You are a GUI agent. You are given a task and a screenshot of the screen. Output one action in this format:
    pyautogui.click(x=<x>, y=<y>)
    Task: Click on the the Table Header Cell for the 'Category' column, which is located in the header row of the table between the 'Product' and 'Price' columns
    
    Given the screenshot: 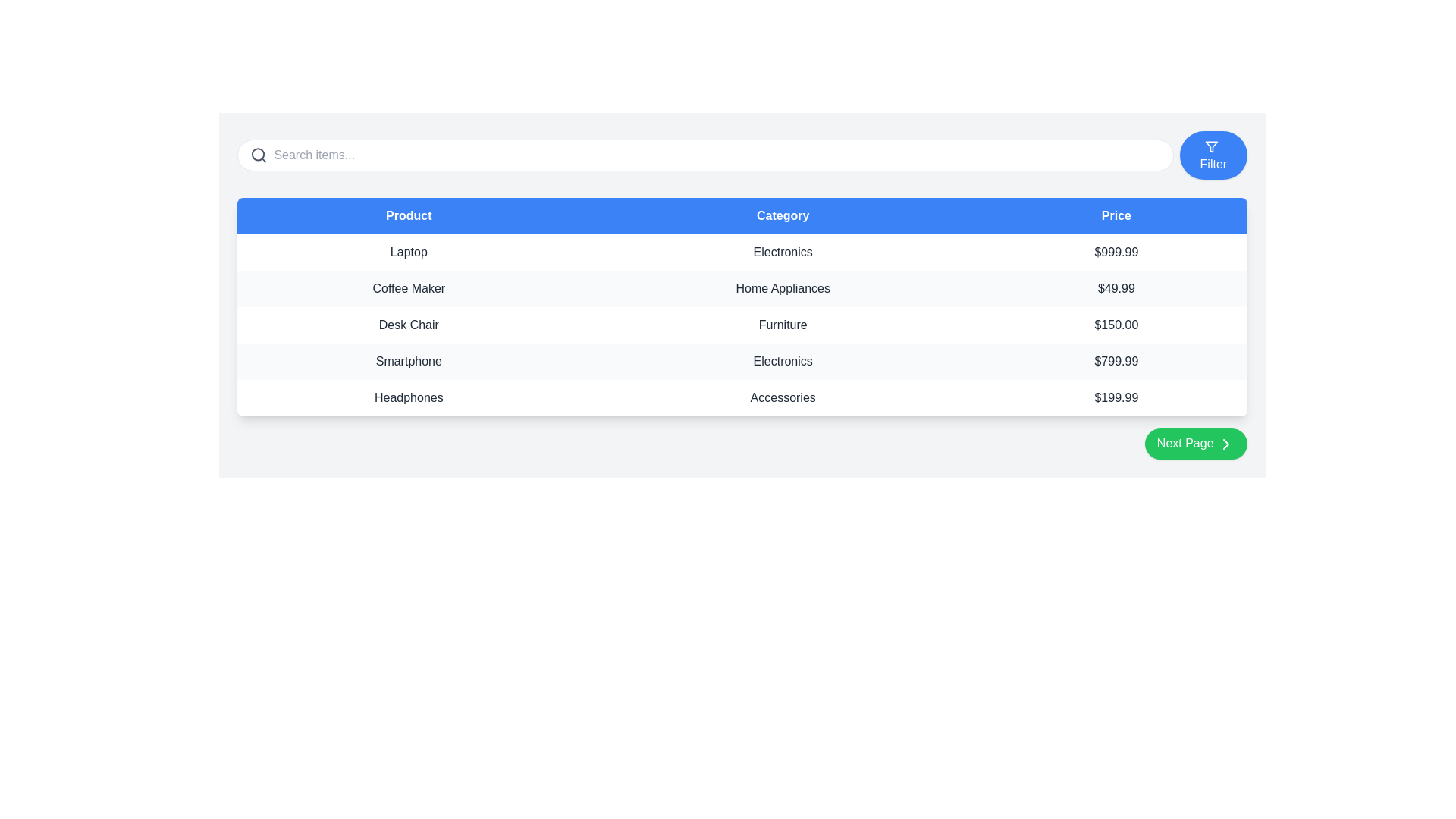 What is the action you would take?
    pyautogui.click(x=783, y=216)
    